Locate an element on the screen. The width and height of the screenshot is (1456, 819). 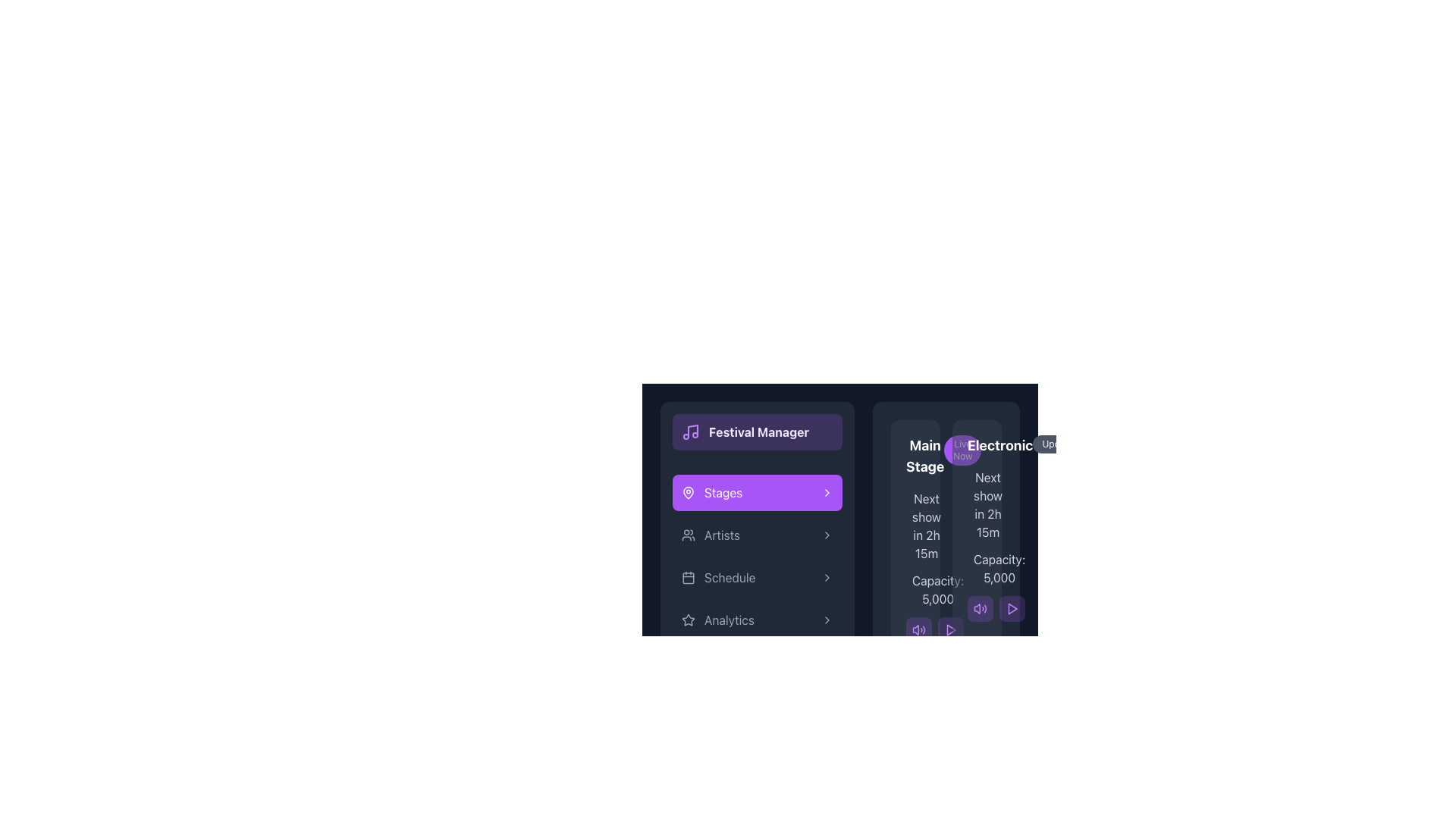
the purple button with a white volume icon, located as the left-most button in the interactive controls below the 'Main Stage' section is located at coordinates (918, 629).